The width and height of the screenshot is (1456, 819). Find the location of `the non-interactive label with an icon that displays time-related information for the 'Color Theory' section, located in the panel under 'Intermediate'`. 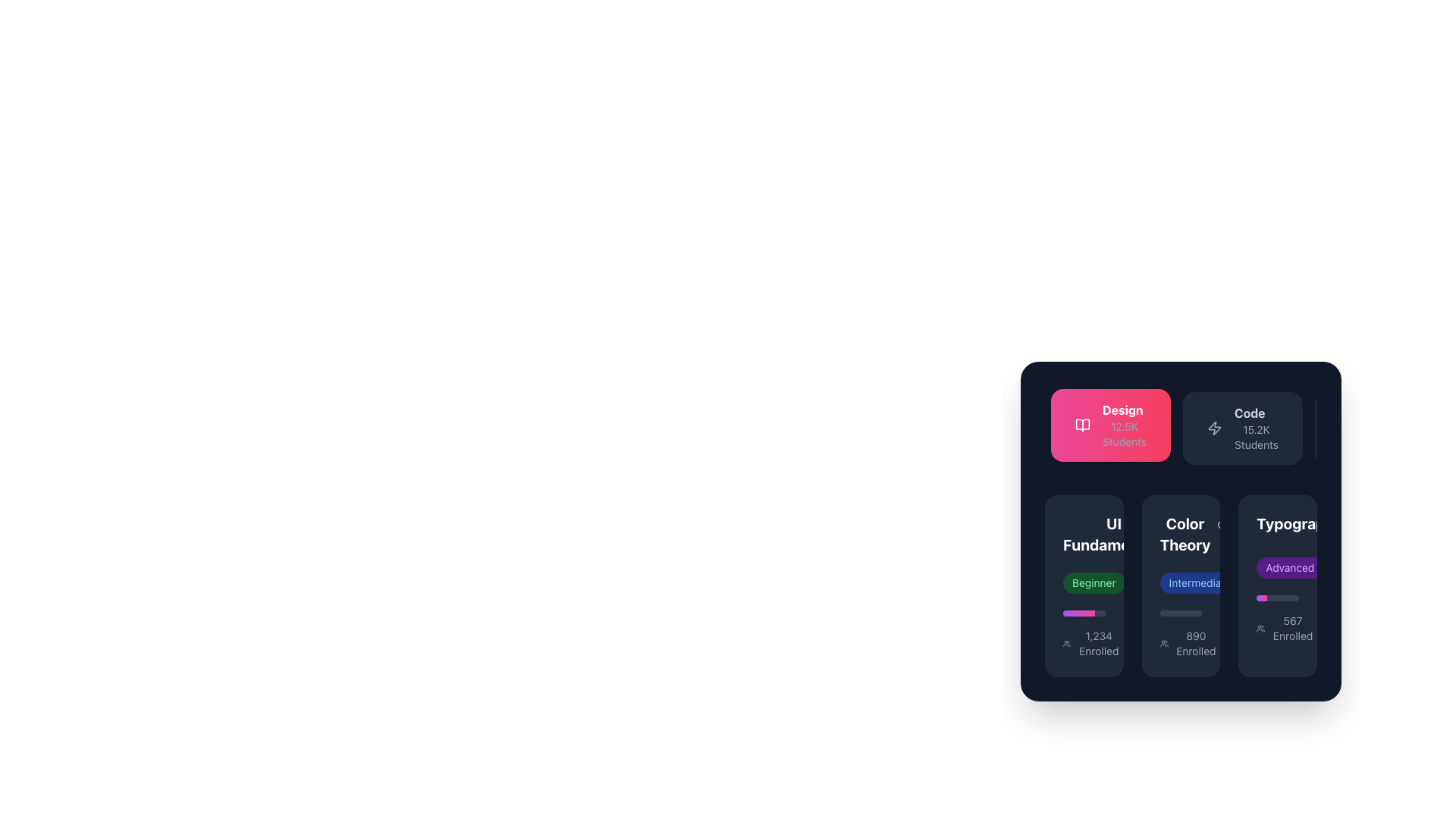

the non-interactive label with an icon that displays time-related information for the 'Color Theory' section, located in the panel under 'Intermediate' is located at coordinates (1154, 582).